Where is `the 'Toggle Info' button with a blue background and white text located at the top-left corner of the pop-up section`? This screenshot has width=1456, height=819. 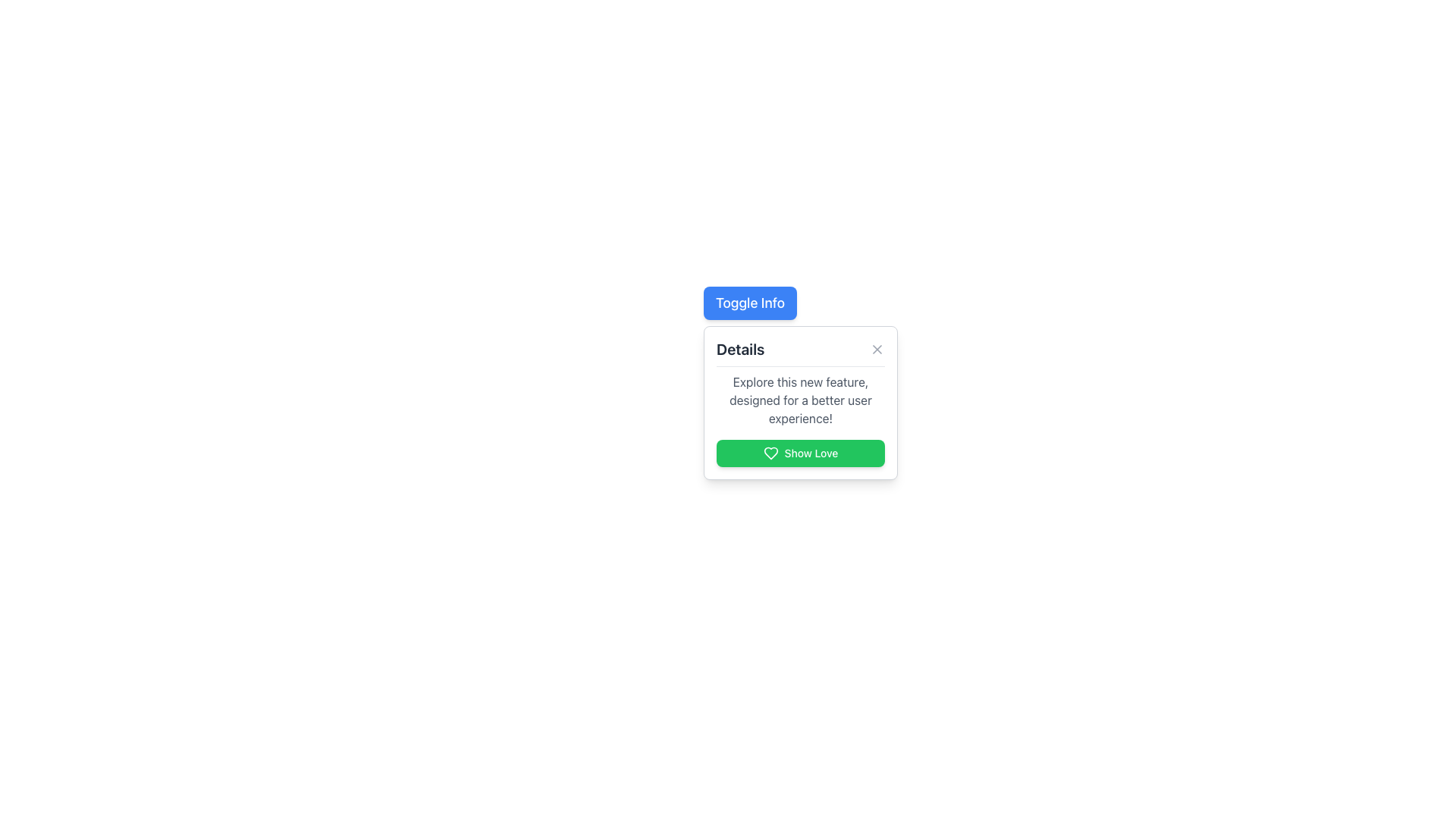
the 'Toggle Info' button with a blue background and white text located at the top-left corner of the pop-up section is located at coordinates (750, 303).